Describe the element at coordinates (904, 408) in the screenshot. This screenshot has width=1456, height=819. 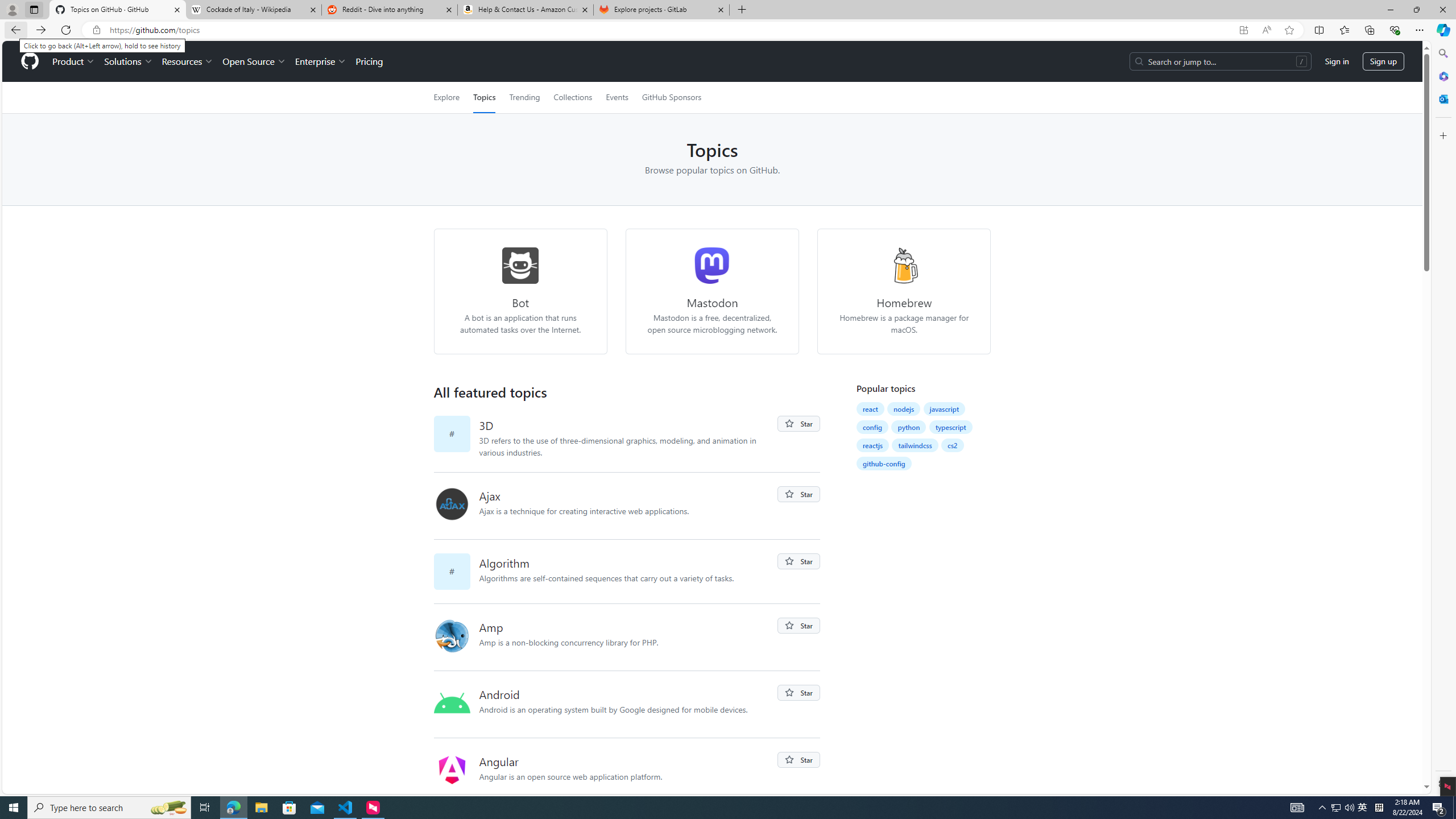
I see `'nodejs'` at that location.